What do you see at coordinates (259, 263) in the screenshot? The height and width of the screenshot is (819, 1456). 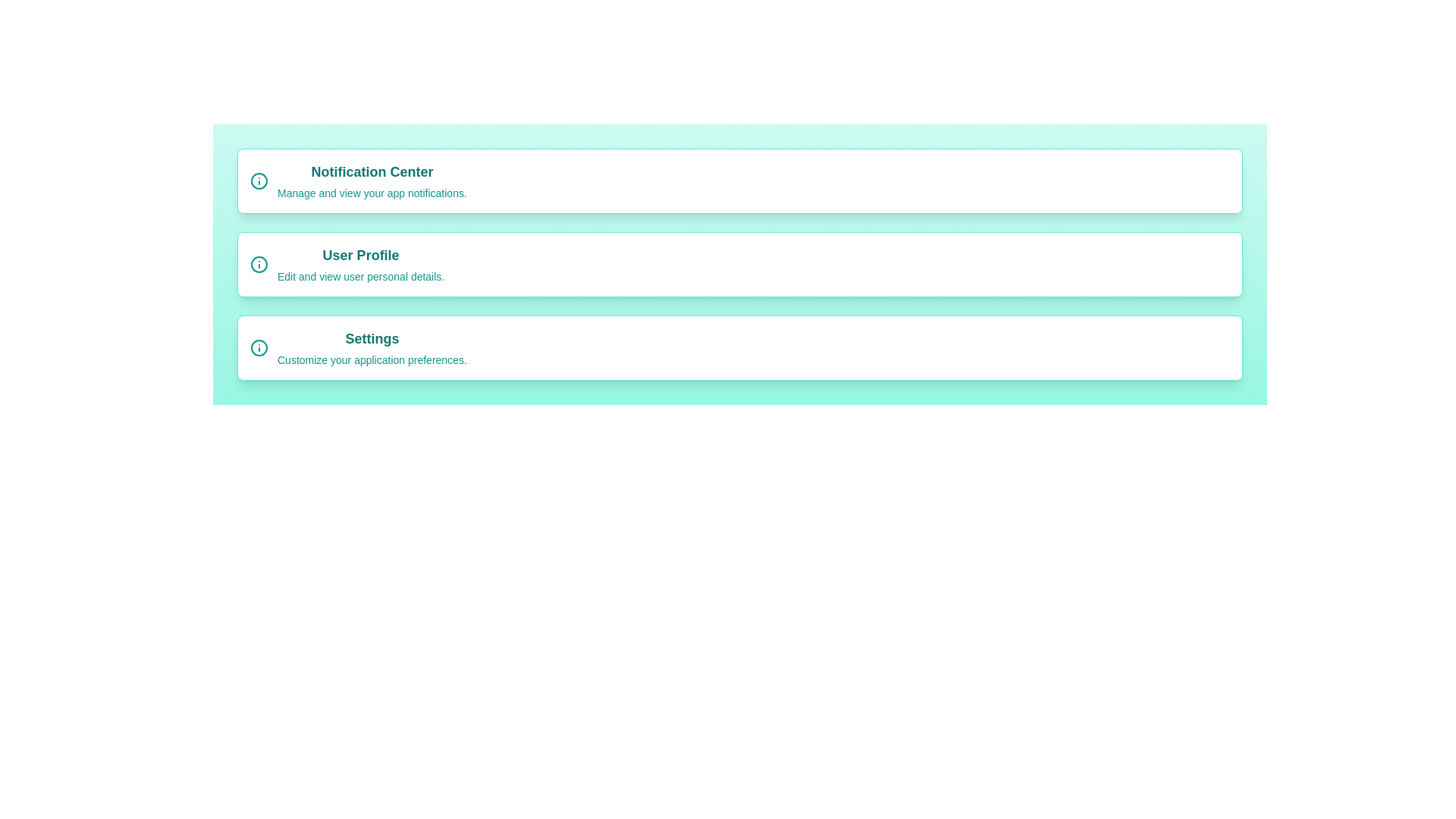 I see `the teal-colored circular icon with an 'i' inside, located to the left of the 'User Profile' title in a card-like section` at bounding box center [259, 263].